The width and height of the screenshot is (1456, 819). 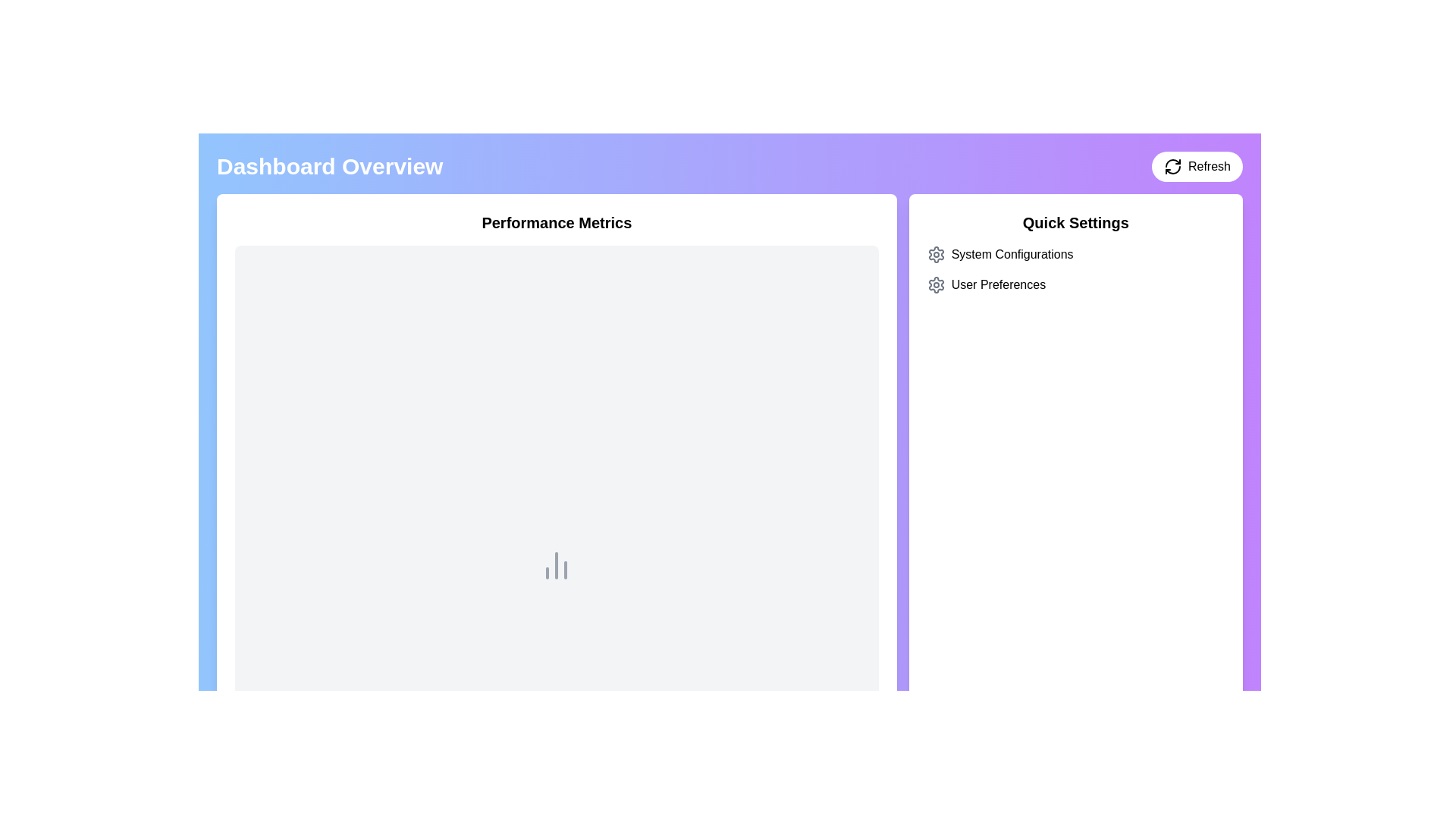 What do you see at coordinates (998, 284) in the screenshot?
I see `the 'User Preferences' label, which displays the text in a black sans-serif font against a white background, located under 'Quick Settings' and below 'System Configurations'` at bounding box center [998, 284].